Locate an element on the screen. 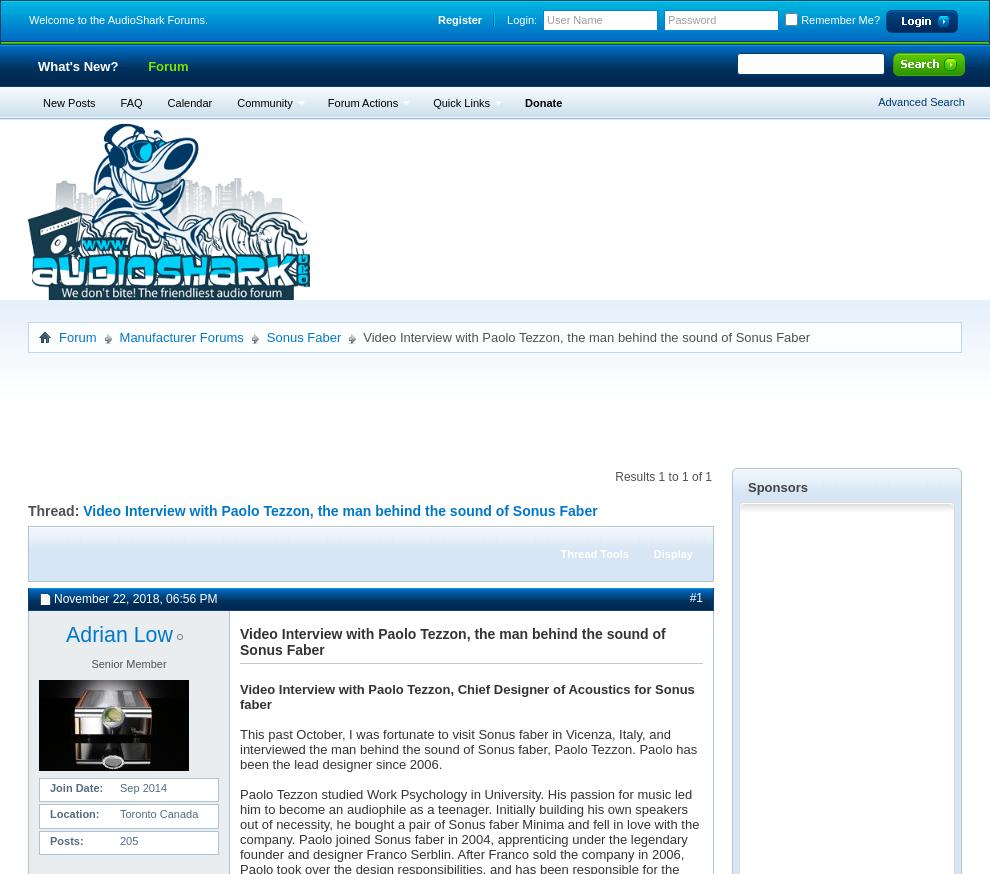 The width and height of the screenshot is (990, 874). 'Video Interview with Paolo Tezzon, Chief Designer of Acoustics for Sonus faber' is located at coordinates (466, 697).